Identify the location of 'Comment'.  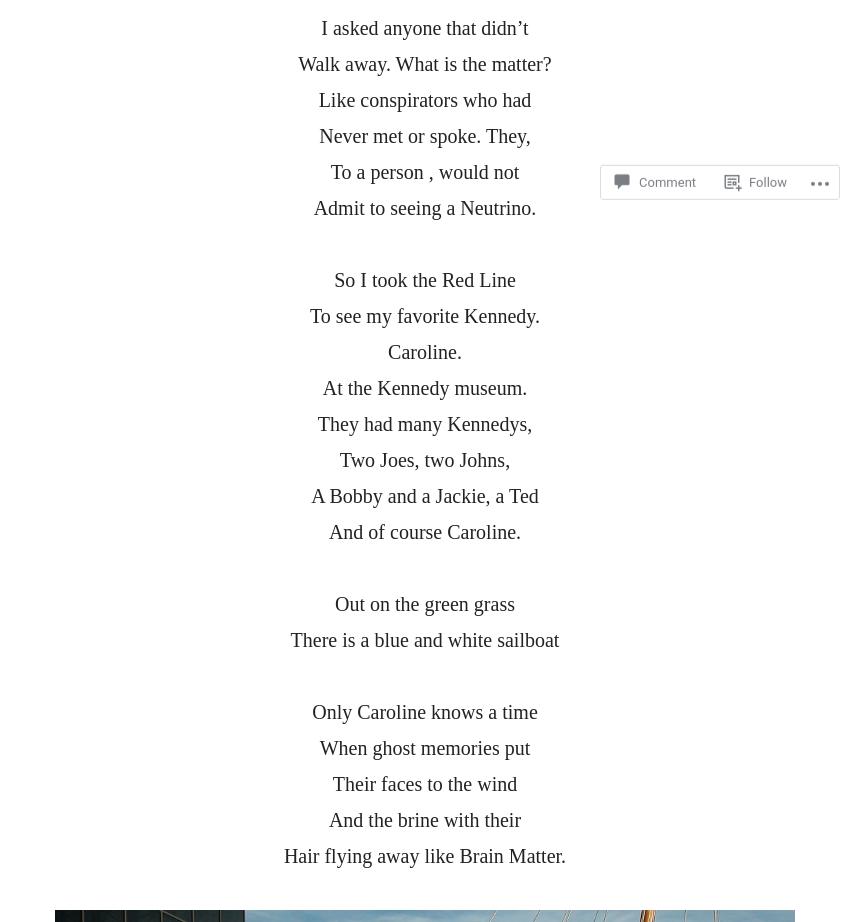
(639, 128).